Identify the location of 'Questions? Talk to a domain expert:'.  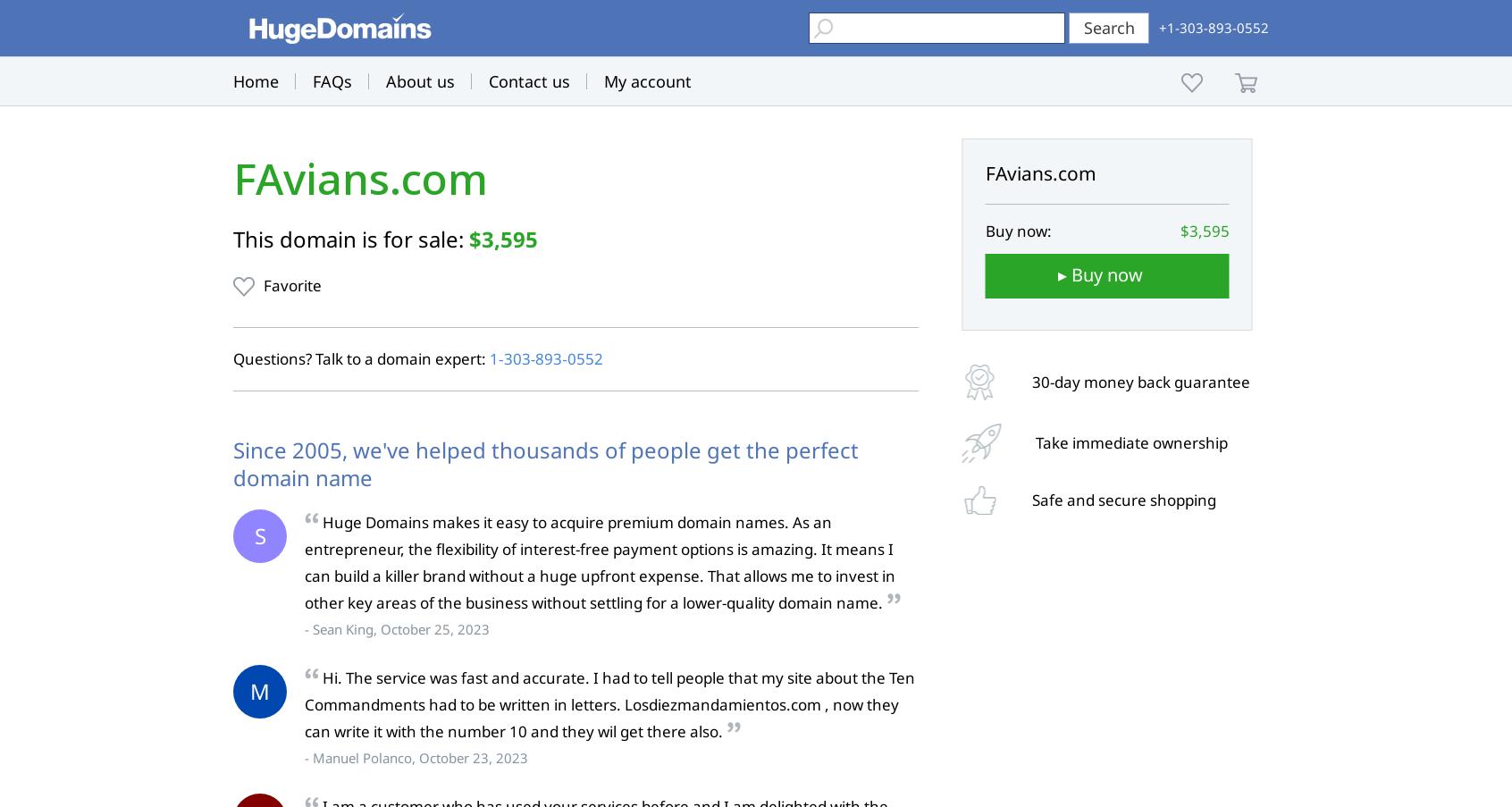
(361, 357).